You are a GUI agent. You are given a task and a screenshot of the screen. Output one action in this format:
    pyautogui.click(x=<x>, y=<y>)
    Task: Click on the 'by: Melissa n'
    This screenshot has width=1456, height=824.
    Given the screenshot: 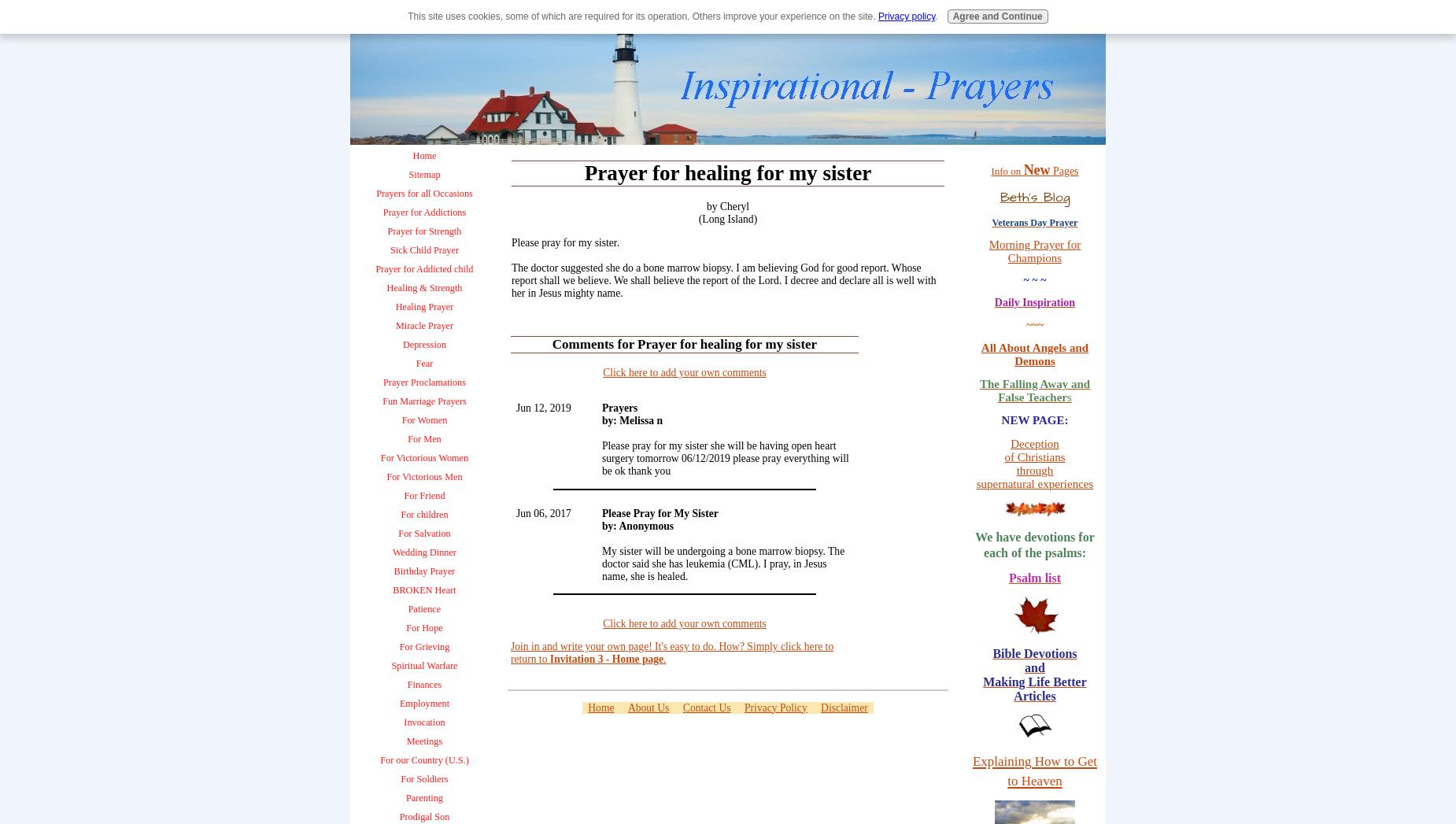 What is the action you would take?
    pyautogui.click(x=632, y=420)
    